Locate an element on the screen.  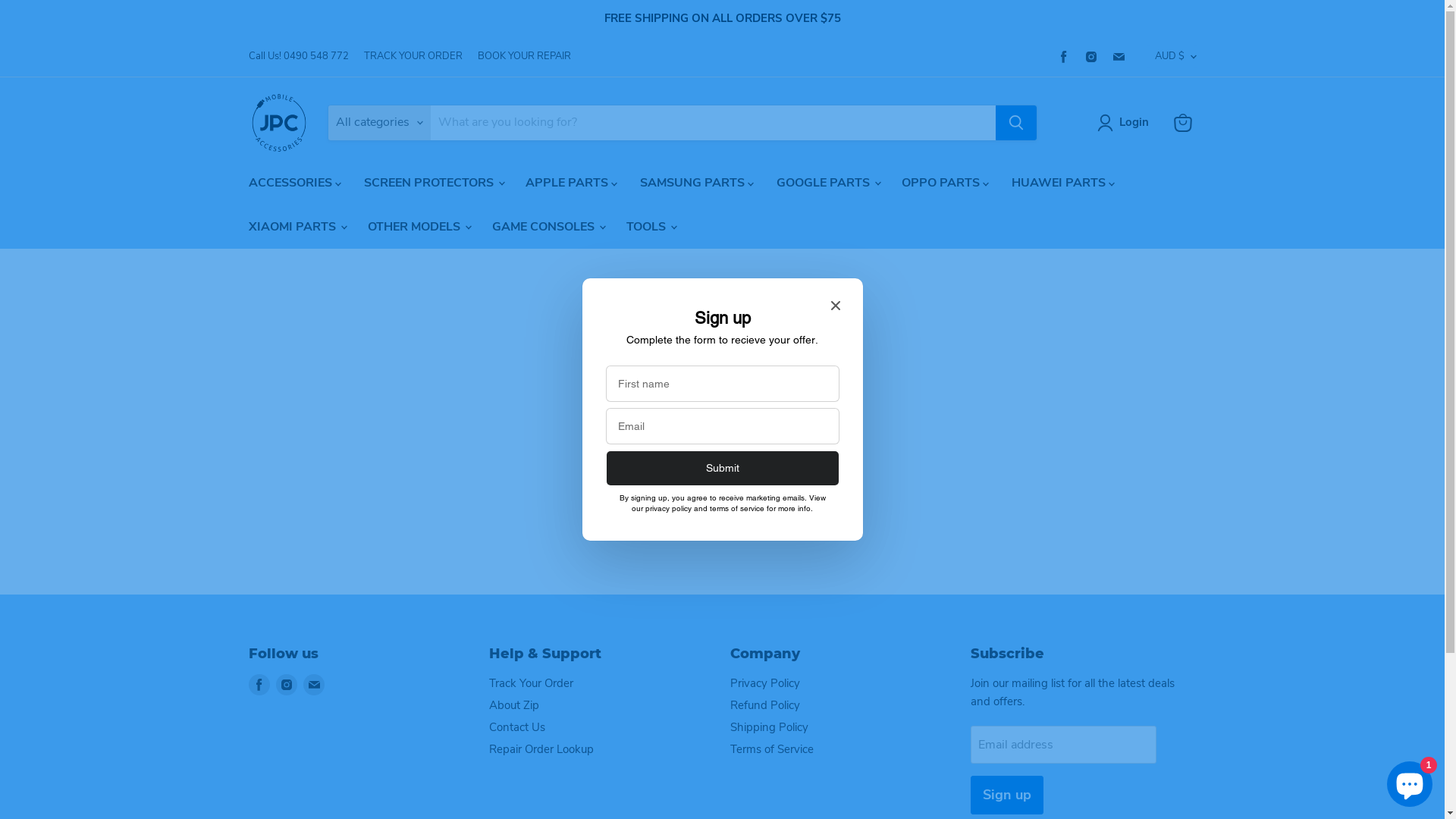
'Track Your Order' is located at coordinates (488, 683).